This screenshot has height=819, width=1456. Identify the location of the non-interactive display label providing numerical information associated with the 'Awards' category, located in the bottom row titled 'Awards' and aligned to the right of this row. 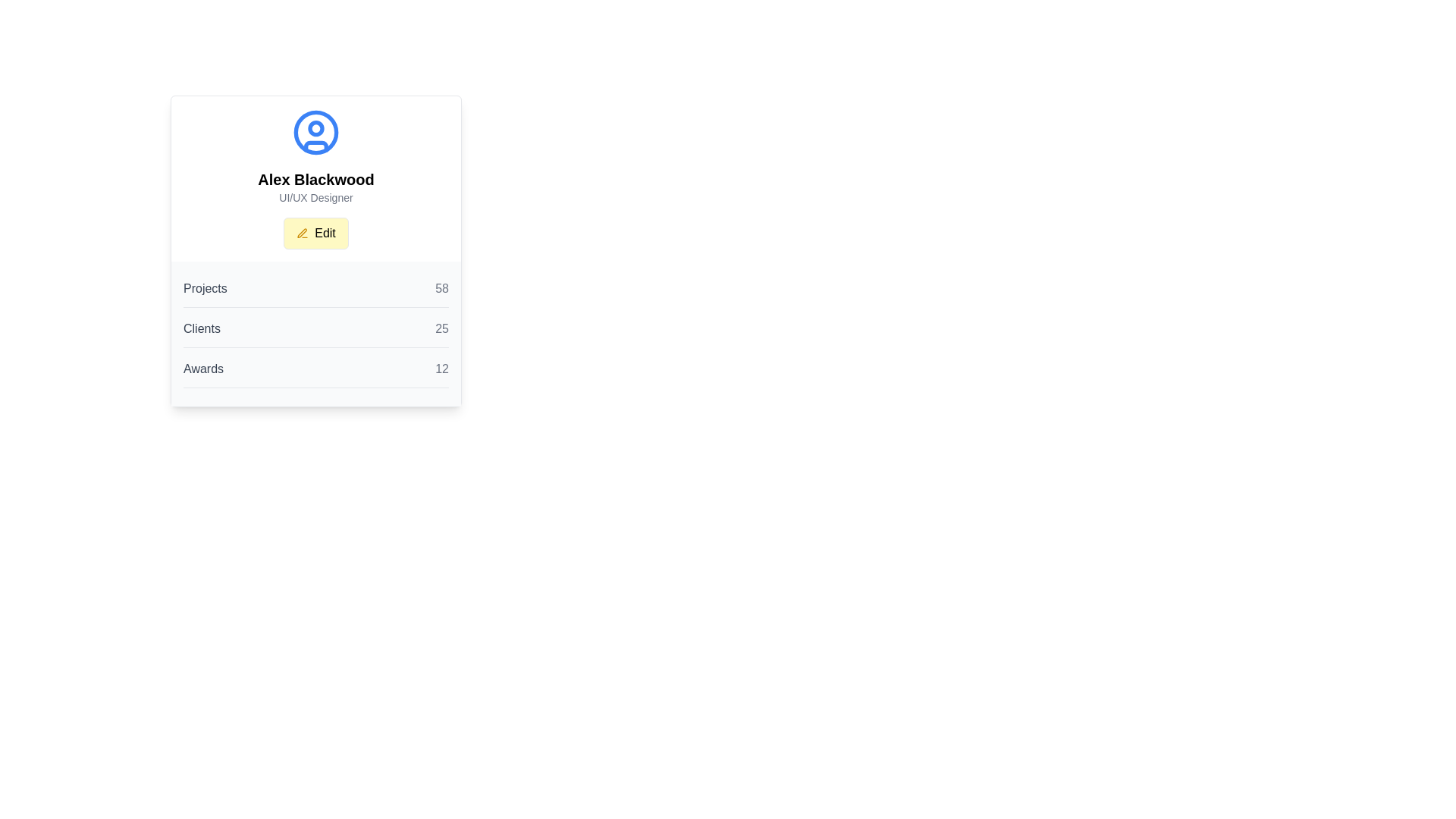
(441, 369).